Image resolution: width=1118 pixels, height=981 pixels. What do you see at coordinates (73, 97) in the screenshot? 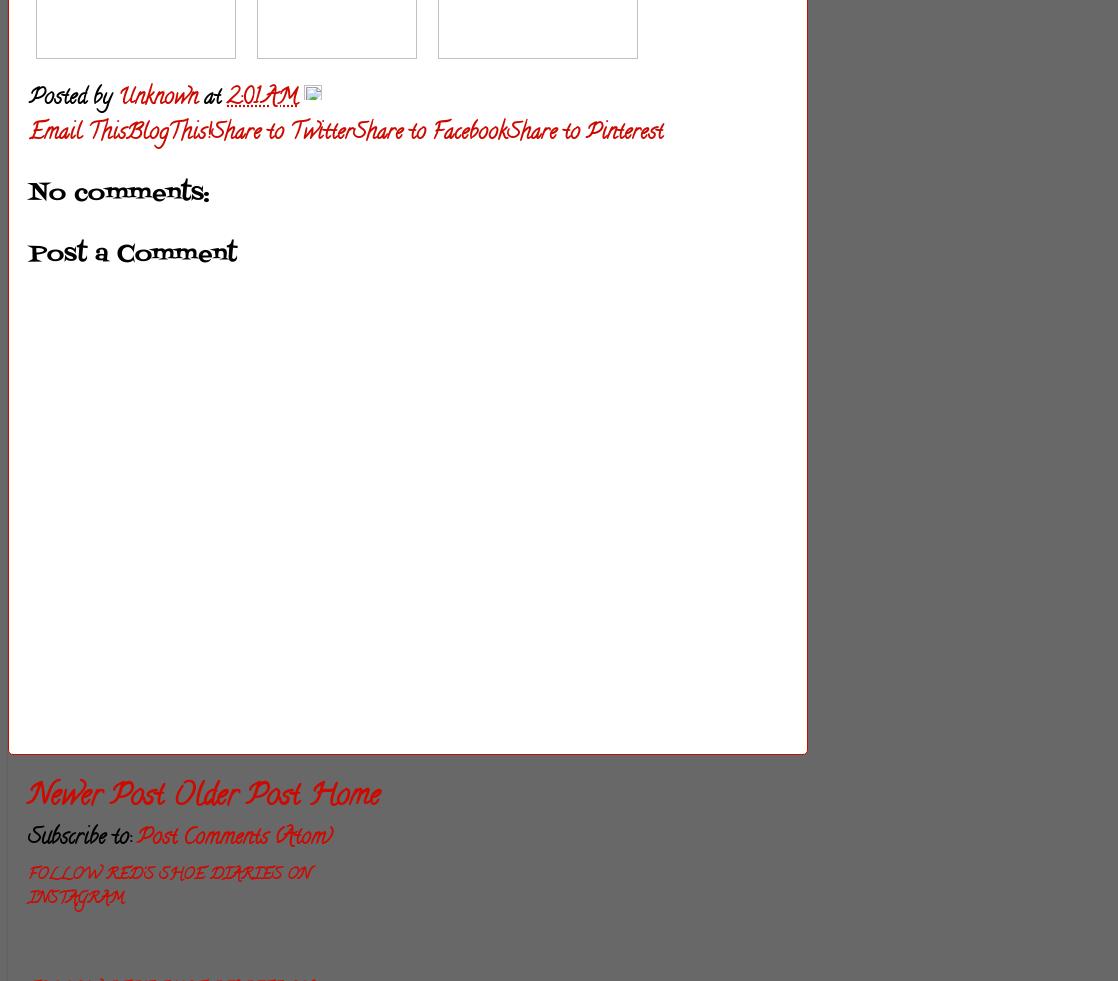
I see `'Posted by'` at bounding box center [73, 97].